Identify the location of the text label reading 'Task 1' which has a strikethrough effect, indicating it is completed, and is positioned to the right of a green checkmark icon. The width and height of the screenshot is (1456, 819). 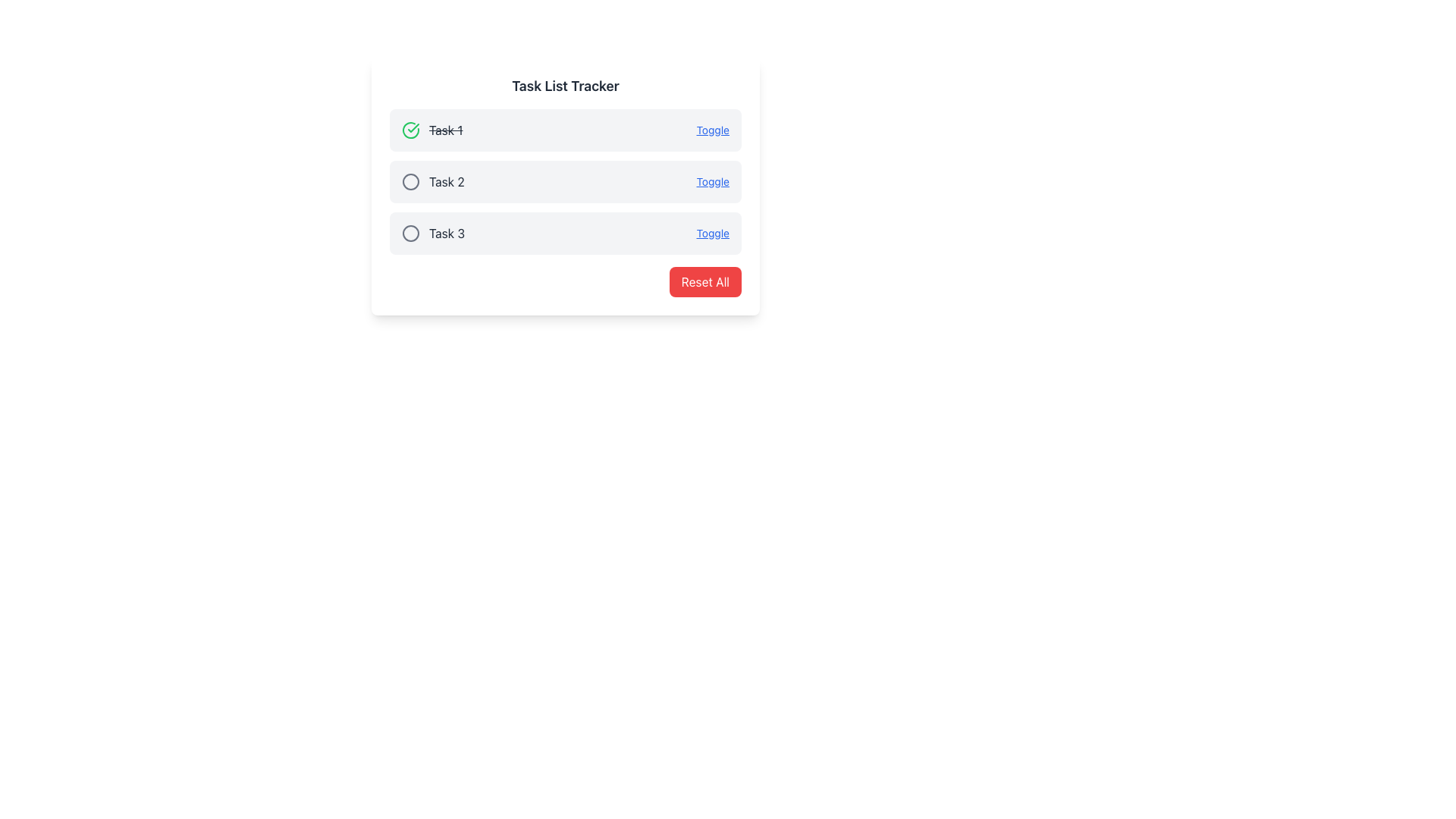
(431, 130).